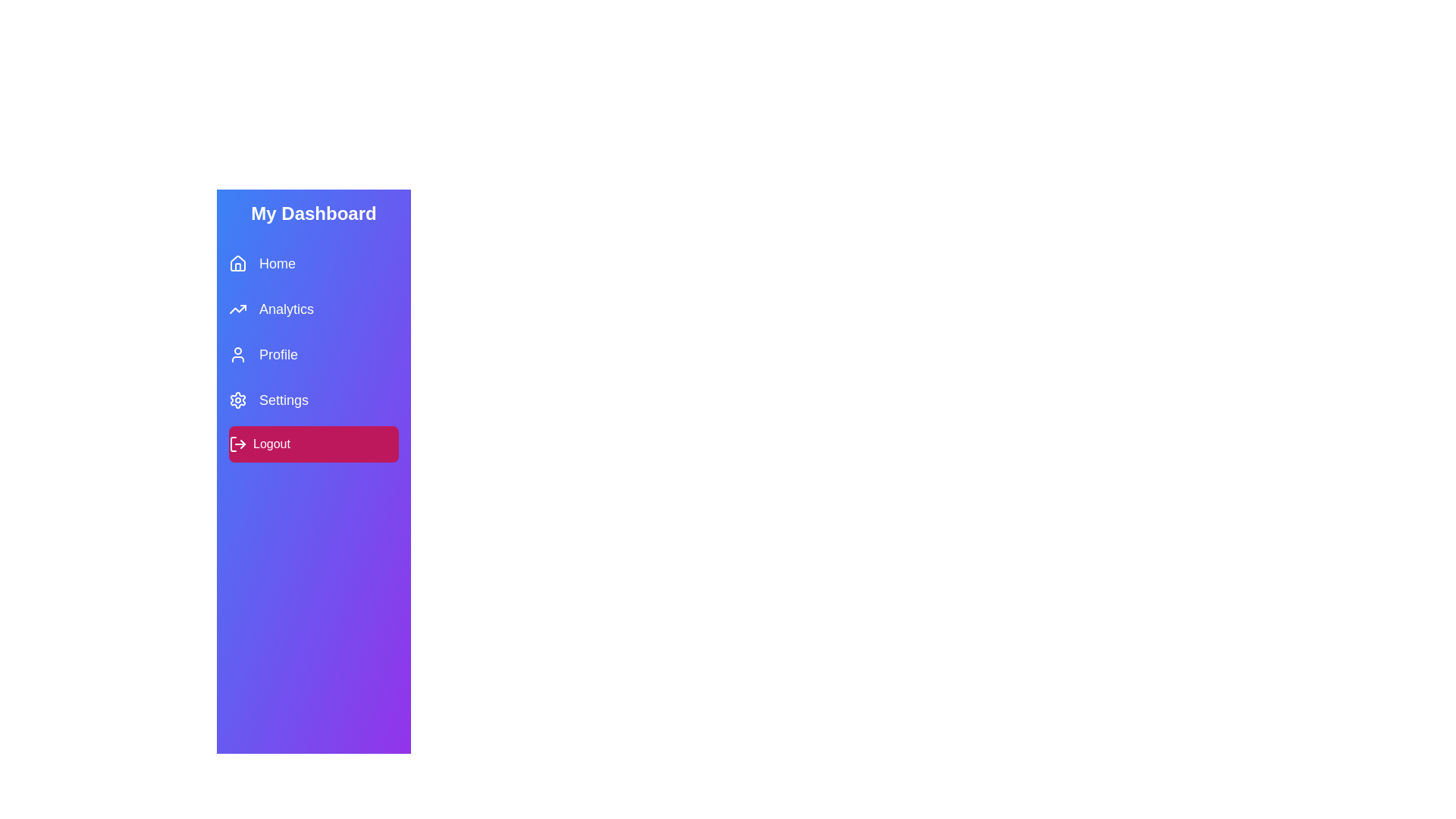  Describe the element at coordinates (237, 309) in the screenshot. I see `the icon depicting an upward trending graph line with an arrow, located next to the 'Analytics' text label` at that location.